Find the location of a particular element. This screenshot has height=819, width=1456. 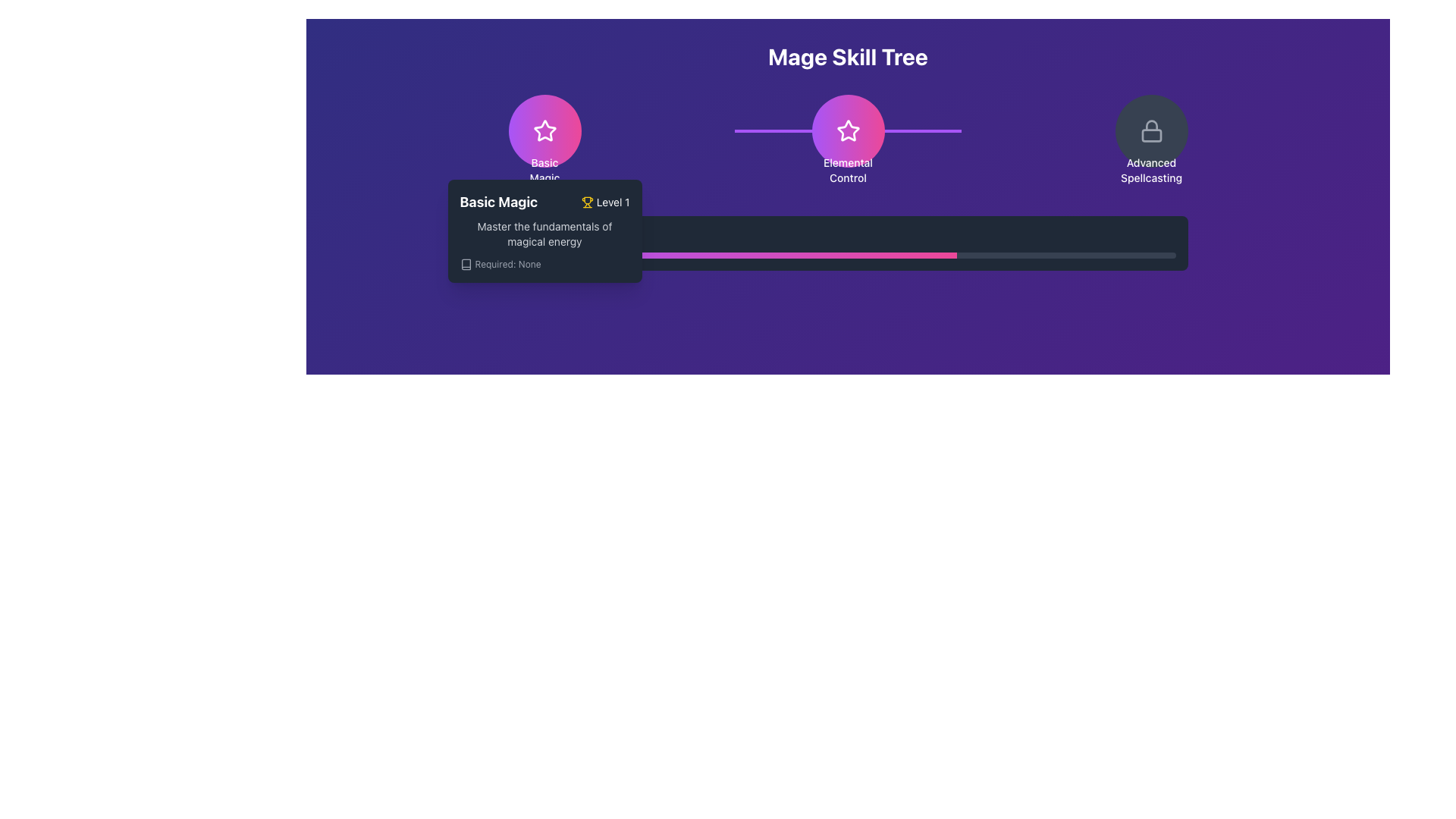

the circular icon labeled 'Elemental Control' which features a gradient background from purple to pink and a white star-shaped icon inside is located at coordinates (847, 130).